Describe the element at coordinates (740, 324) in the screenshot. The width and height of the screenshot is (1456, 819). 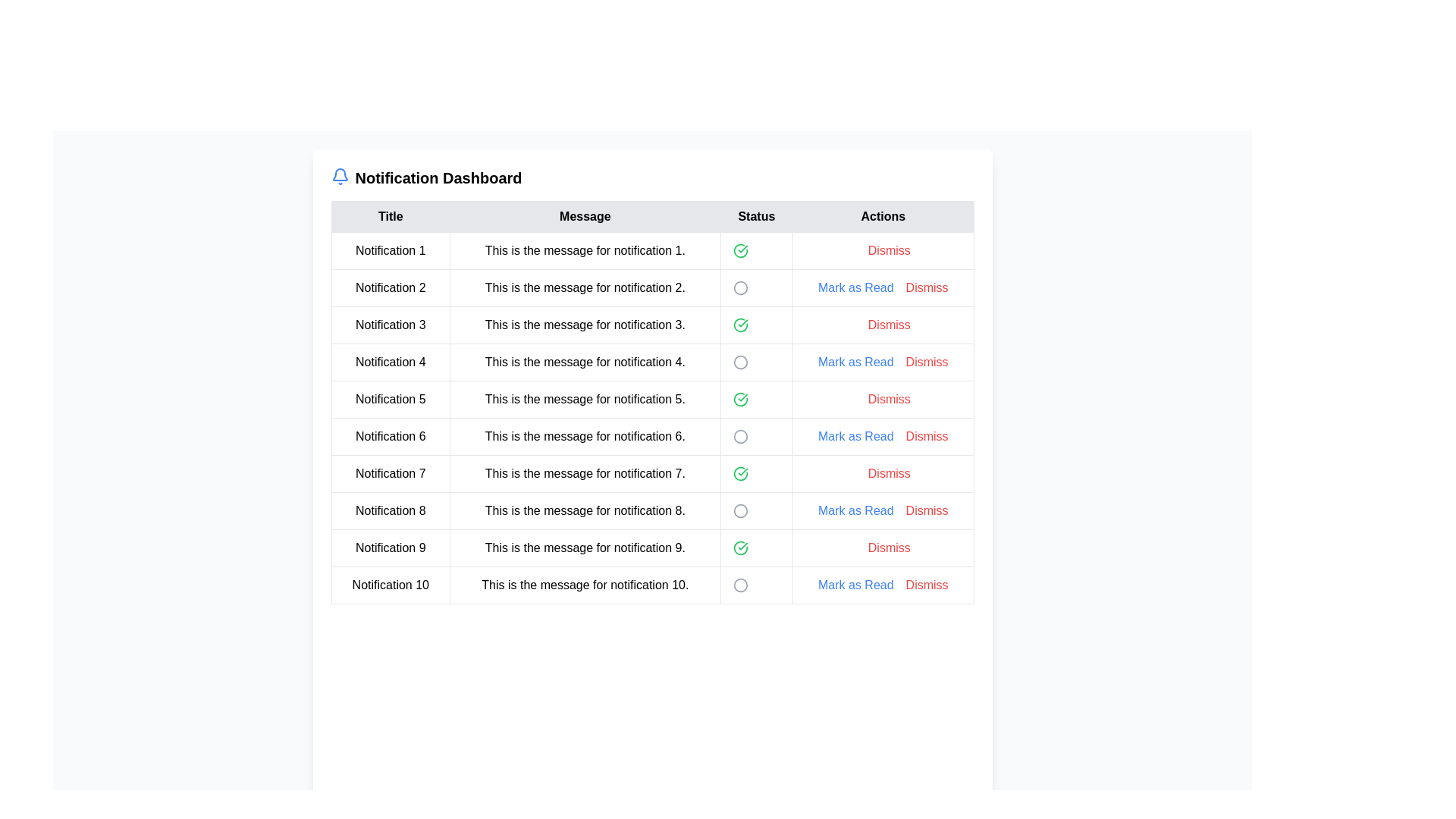
I see `the completion indicator icon located in the 'Status' column for 'Notification 3' in the table` at that location.